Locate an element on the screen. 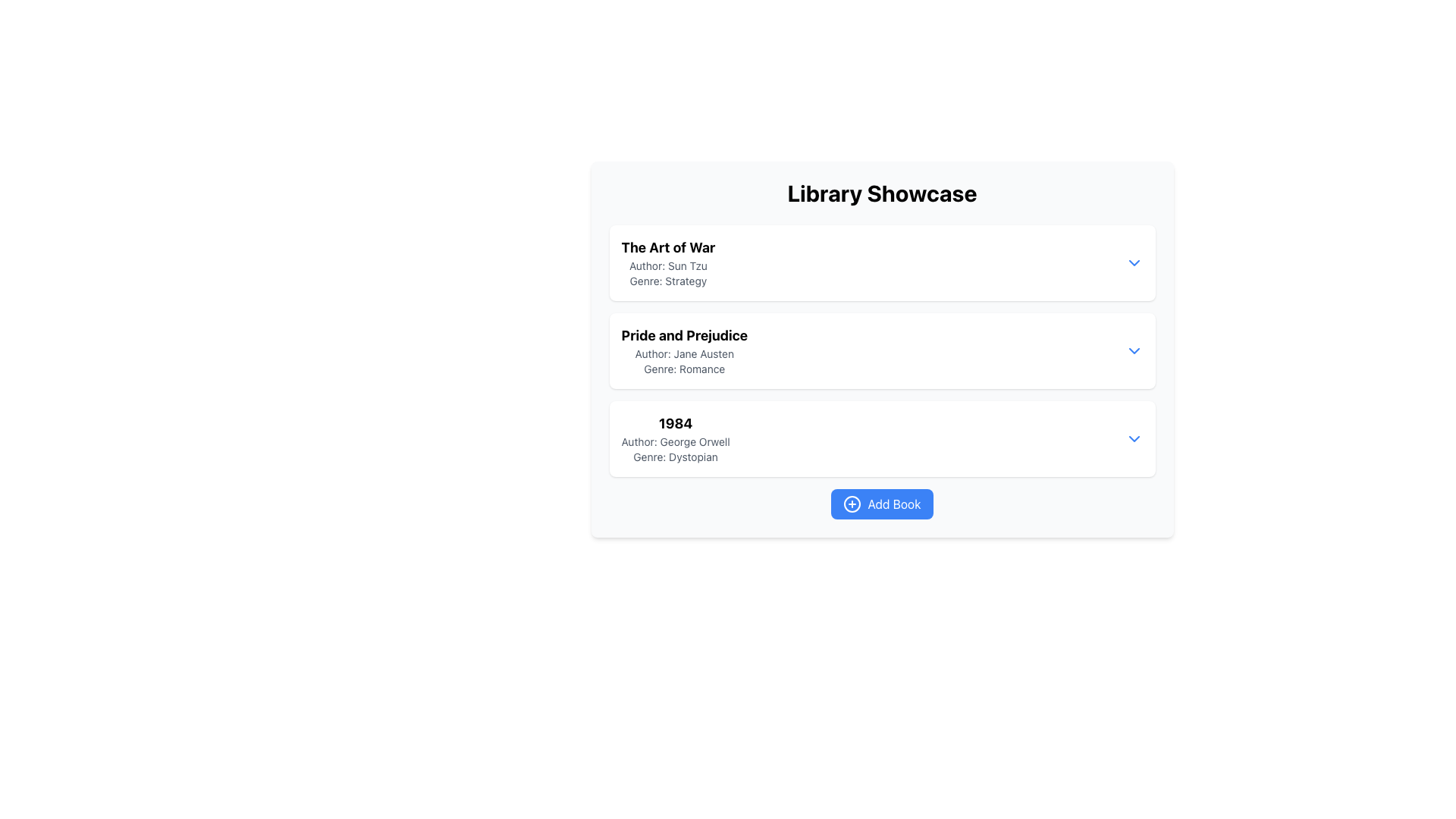 This screenshot has width=1456, height=819. the downward-facing chevron icon button styled in blue, located at the far-right side of the information row for the book '1984', to trigger the hover color change is located at coordinates (1134, 438).